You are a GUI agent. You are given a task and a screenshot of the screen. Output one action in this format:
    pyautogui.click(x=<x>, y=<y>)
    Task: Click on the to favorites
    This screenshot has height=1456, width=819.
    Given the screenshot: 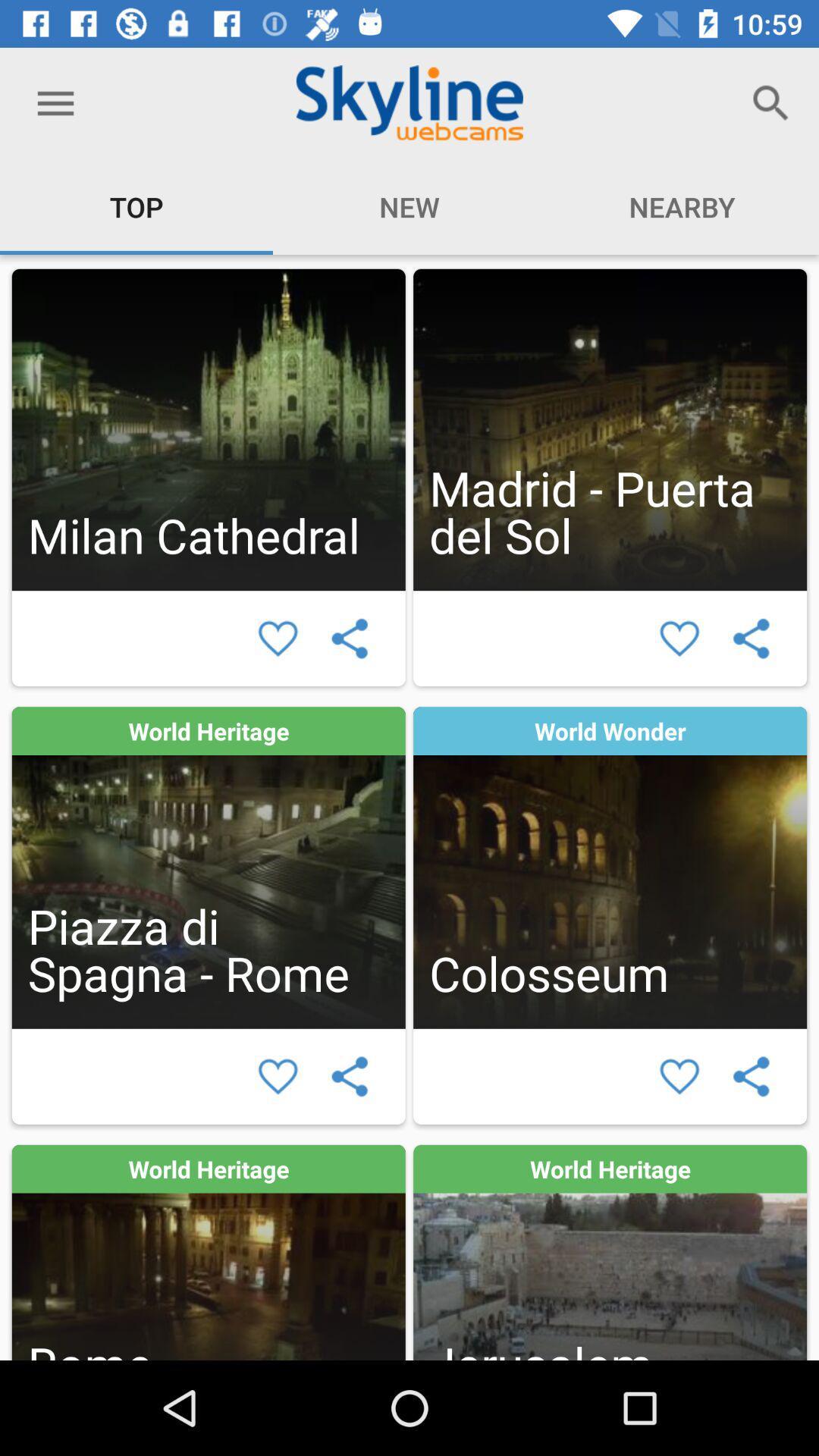 What is the action you would take?
    pyautogui.click(x=679, y=1075)
    